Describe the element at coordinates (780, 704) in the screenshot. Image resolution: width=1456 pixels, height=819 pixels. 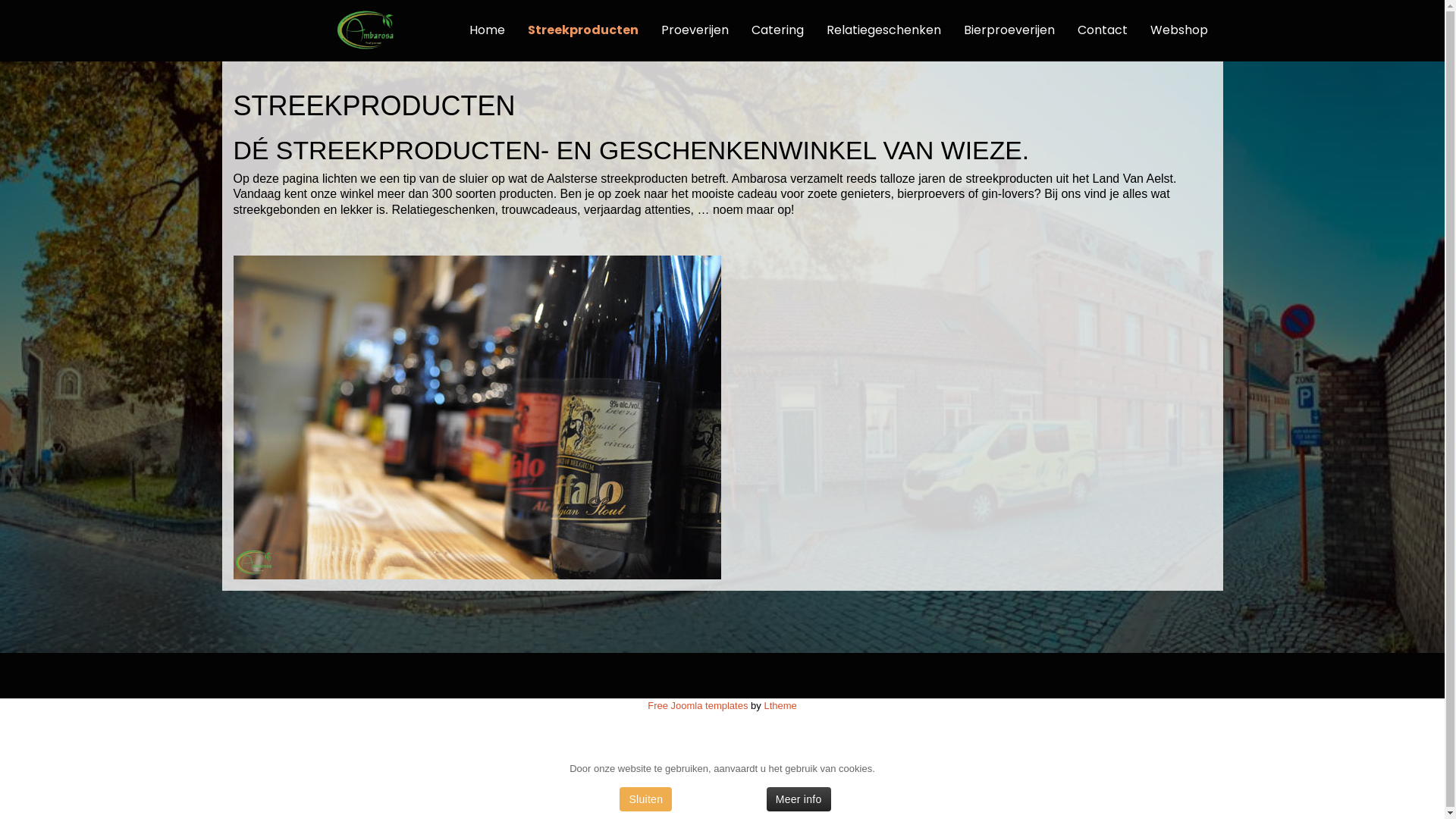
I see `'Ltheme'` at that location.